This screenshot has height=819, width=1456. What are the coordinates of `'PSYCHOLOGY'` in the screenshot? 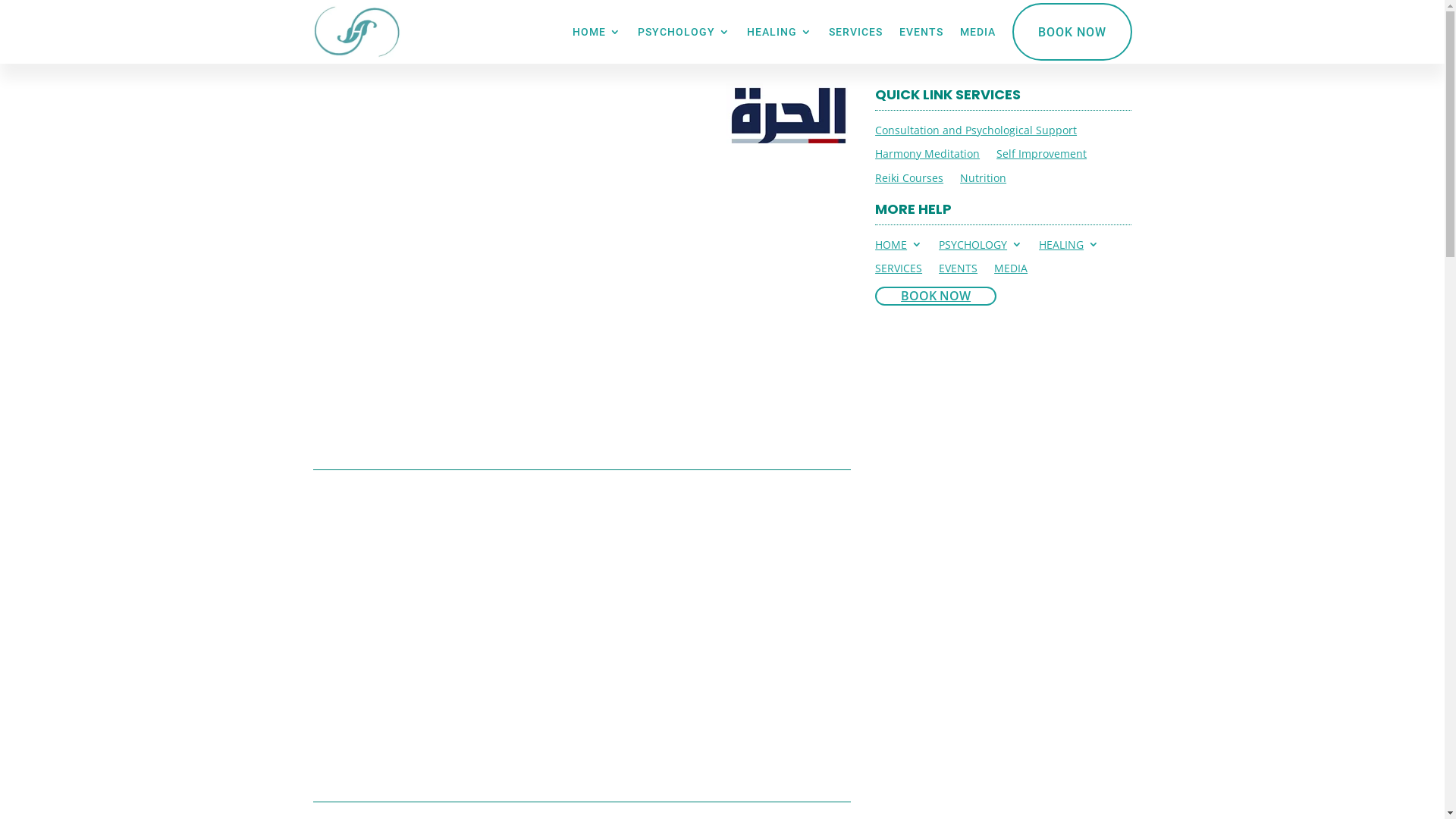 It's located at (980, 246).